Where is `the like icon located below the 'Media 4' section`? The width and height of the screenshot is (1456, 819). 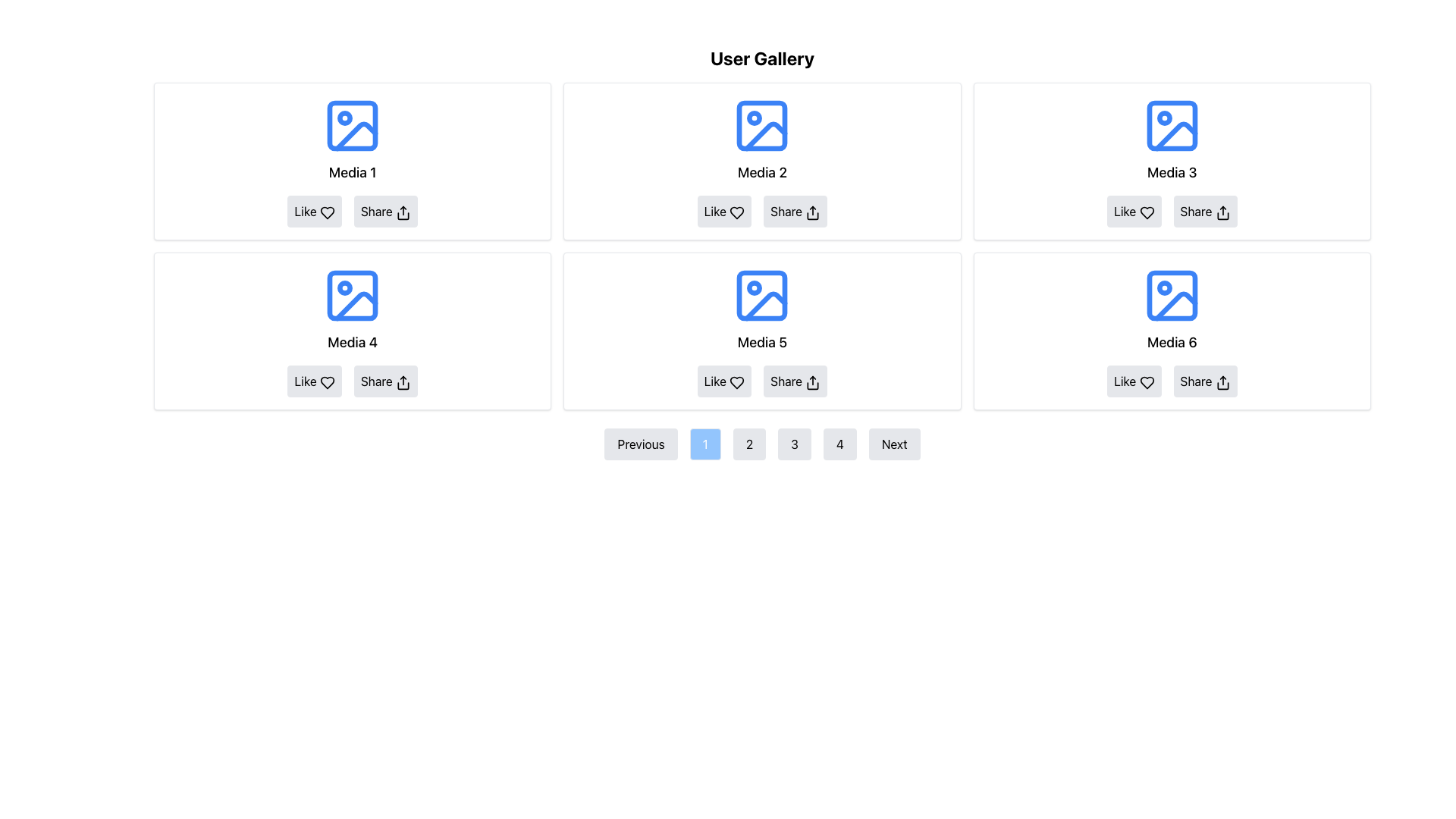
the like icon located below the 'Media 4' section is located at coordinates (326, 381).